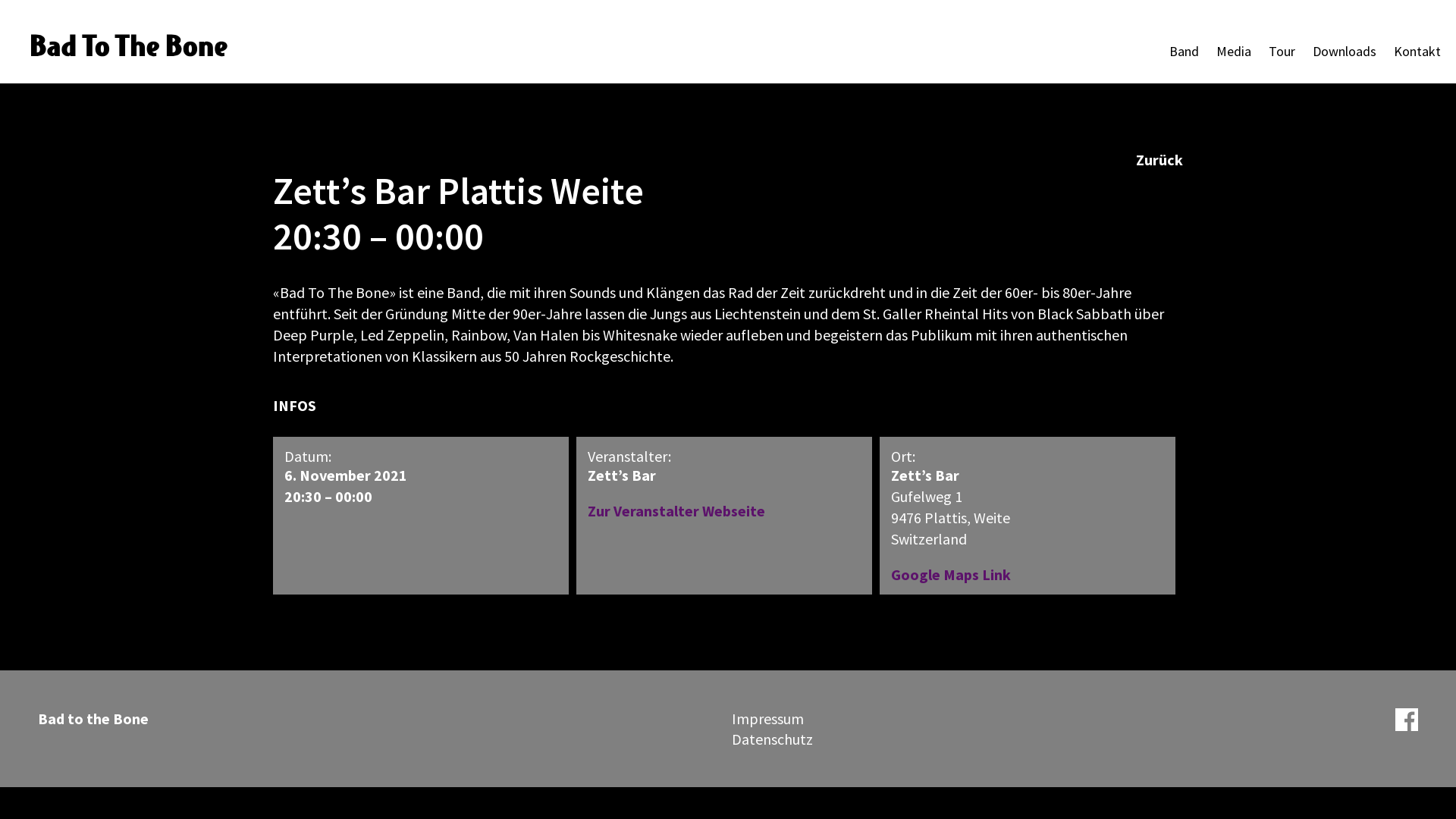 Image resolution: width=1456 pixels, height=819 pixels. Describe the element at coordinates (767, 717) in the screenshot. I see `'Impressum'` at that location.